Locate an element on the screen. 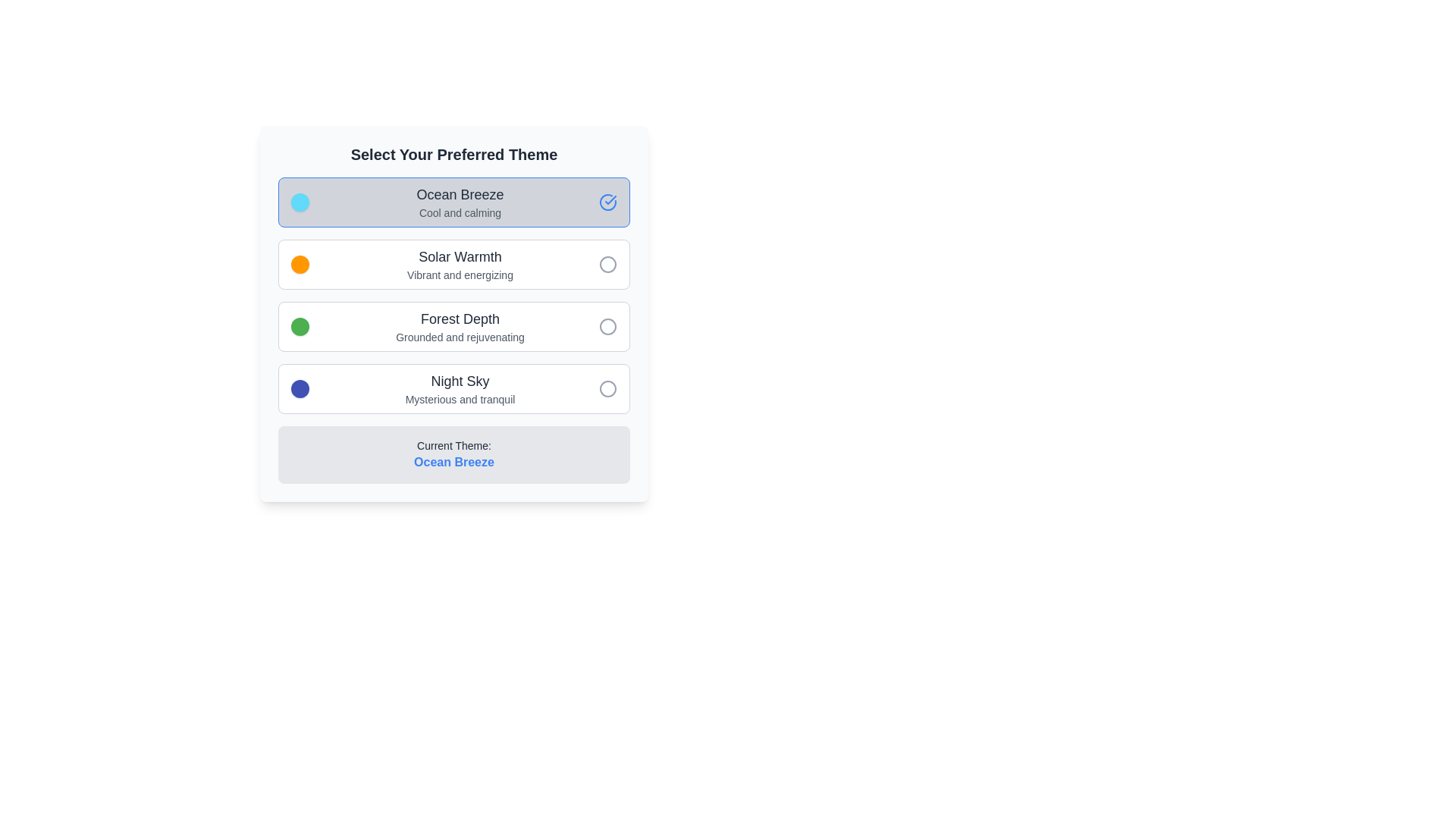 This screenshot has height=819, width=1456. the state of the circular blue checkmark icon next to the 'Ocean Breeze' option to confirm the selection is located at coordinates (607, 201).